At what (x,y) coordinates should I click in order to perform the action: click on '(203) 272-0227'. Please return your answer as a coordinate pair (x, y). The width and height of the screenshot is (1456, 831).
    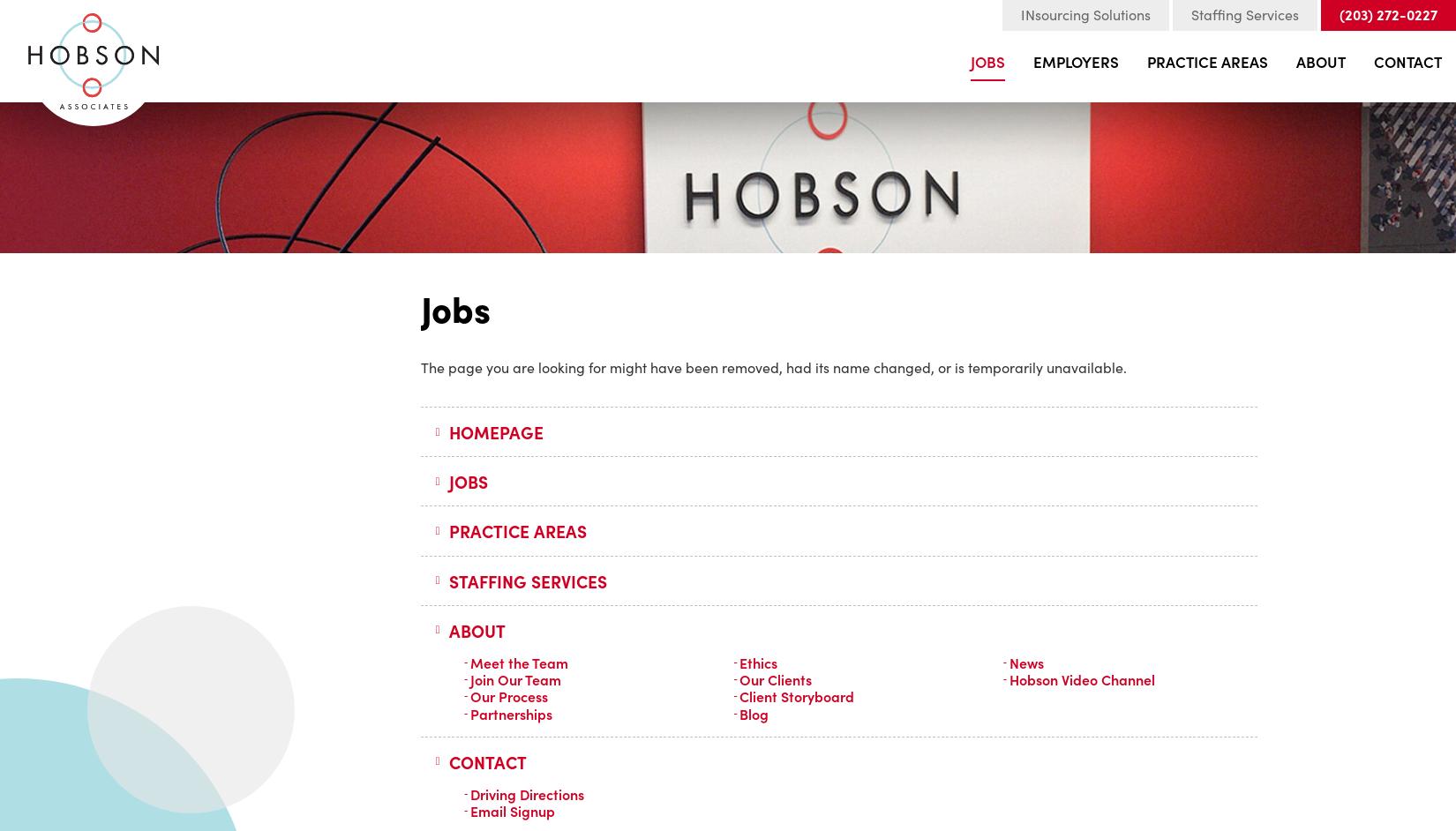
    Looking at the image, I should click on (1387, 14).